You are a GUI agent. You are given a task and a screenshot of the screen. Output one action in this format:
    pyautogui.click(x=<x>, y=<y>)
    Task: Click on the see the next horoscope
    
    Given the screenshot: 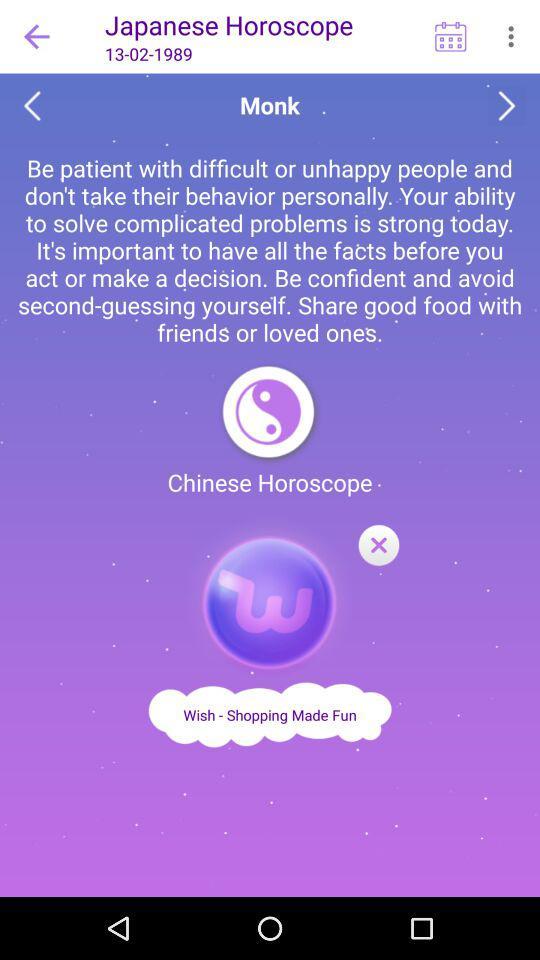 What is the action you would take?
    pyautogui.click(x=507, y=106)
    